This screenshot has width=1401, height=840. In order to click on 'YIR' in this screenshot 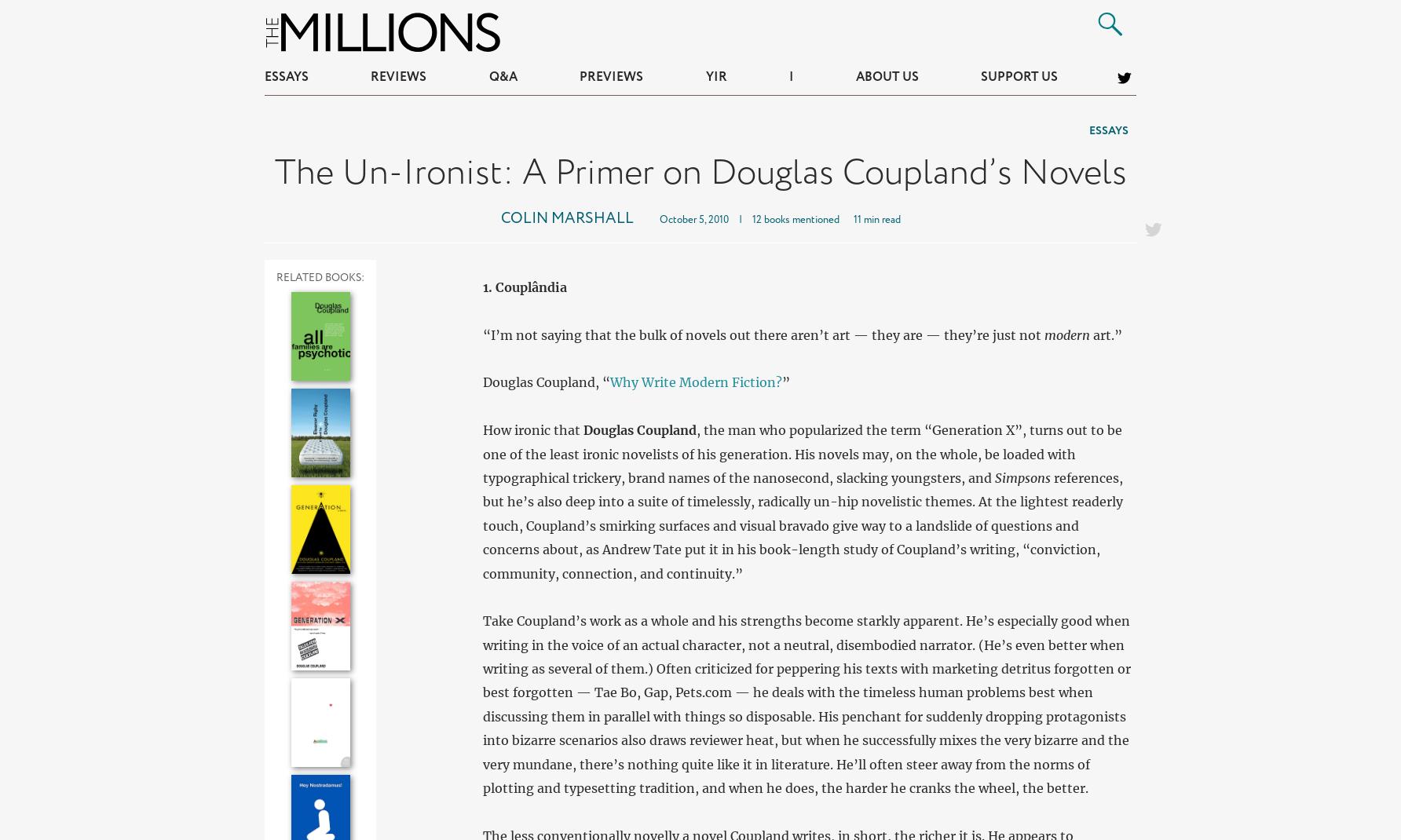, I will do `click(715, 77)`.